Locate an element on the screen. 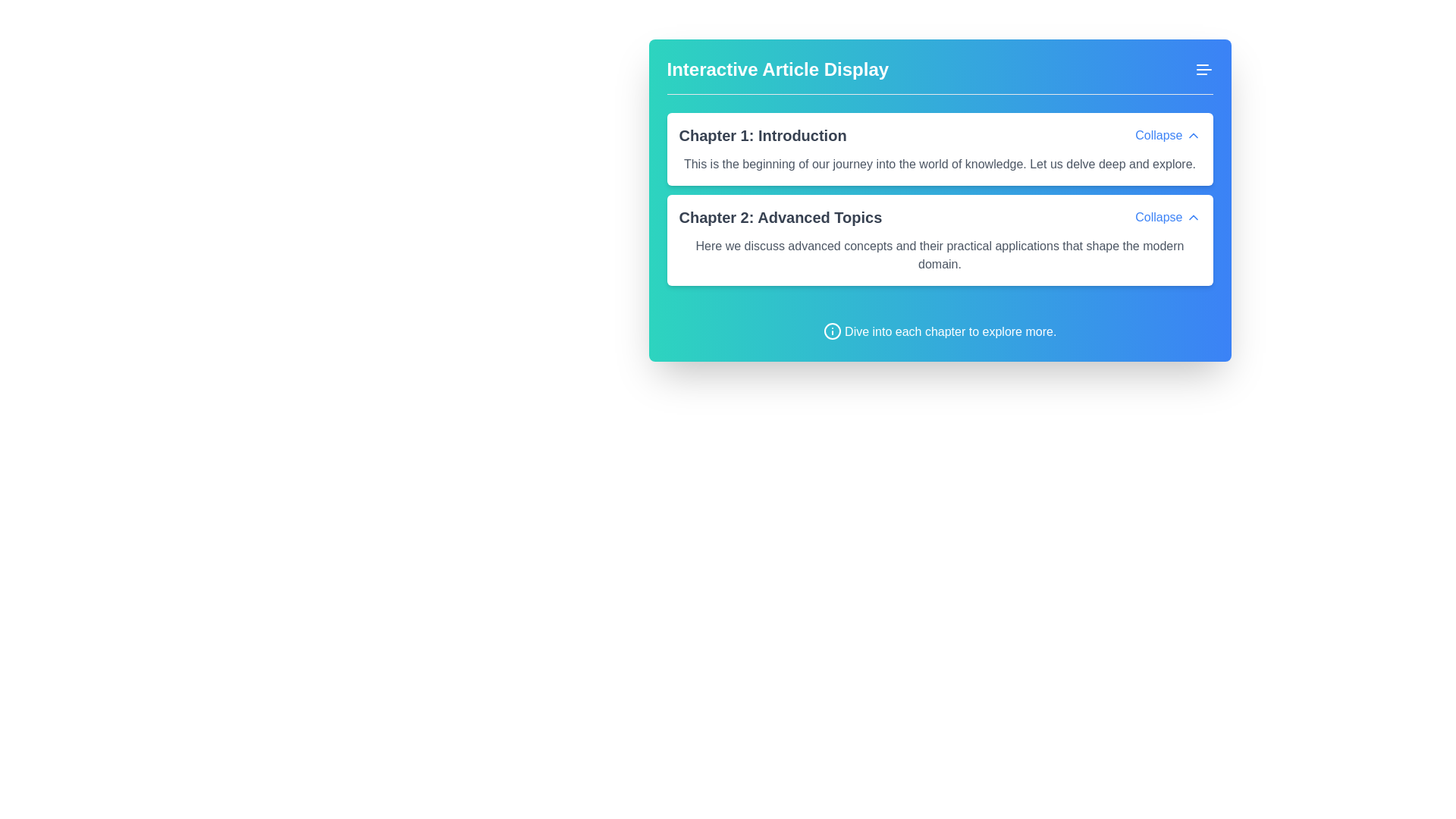 The image size is (1456, 819). the 'Collapse' button with an upward-pointing arrow icon located at the upper-right corner of the 'Chapter 1: Introduction' bar is located at coordinates (1167, 134).